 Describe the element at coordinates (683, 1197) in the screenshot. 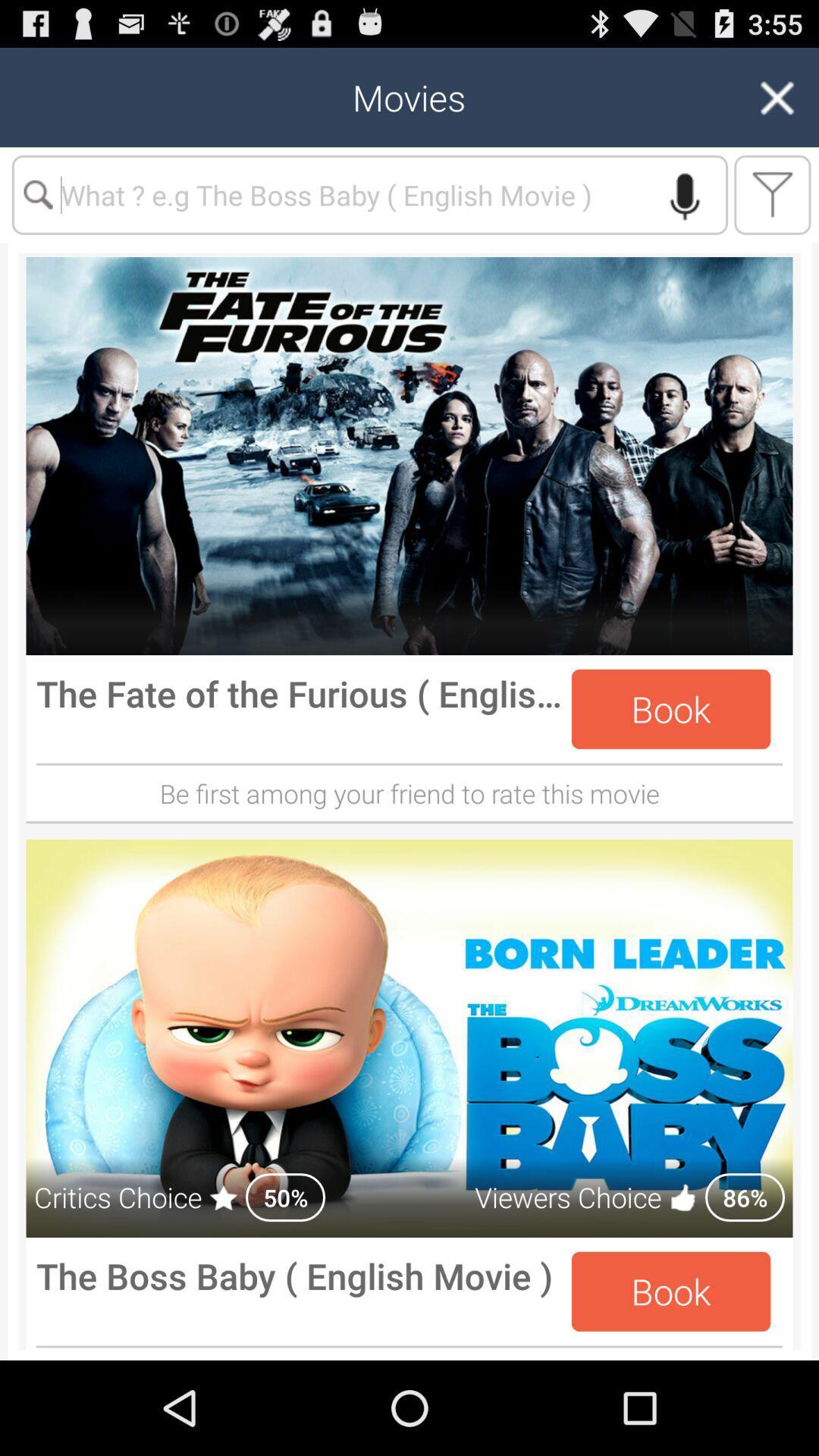

I see `the like emoji beside the viewers choice` at that location.